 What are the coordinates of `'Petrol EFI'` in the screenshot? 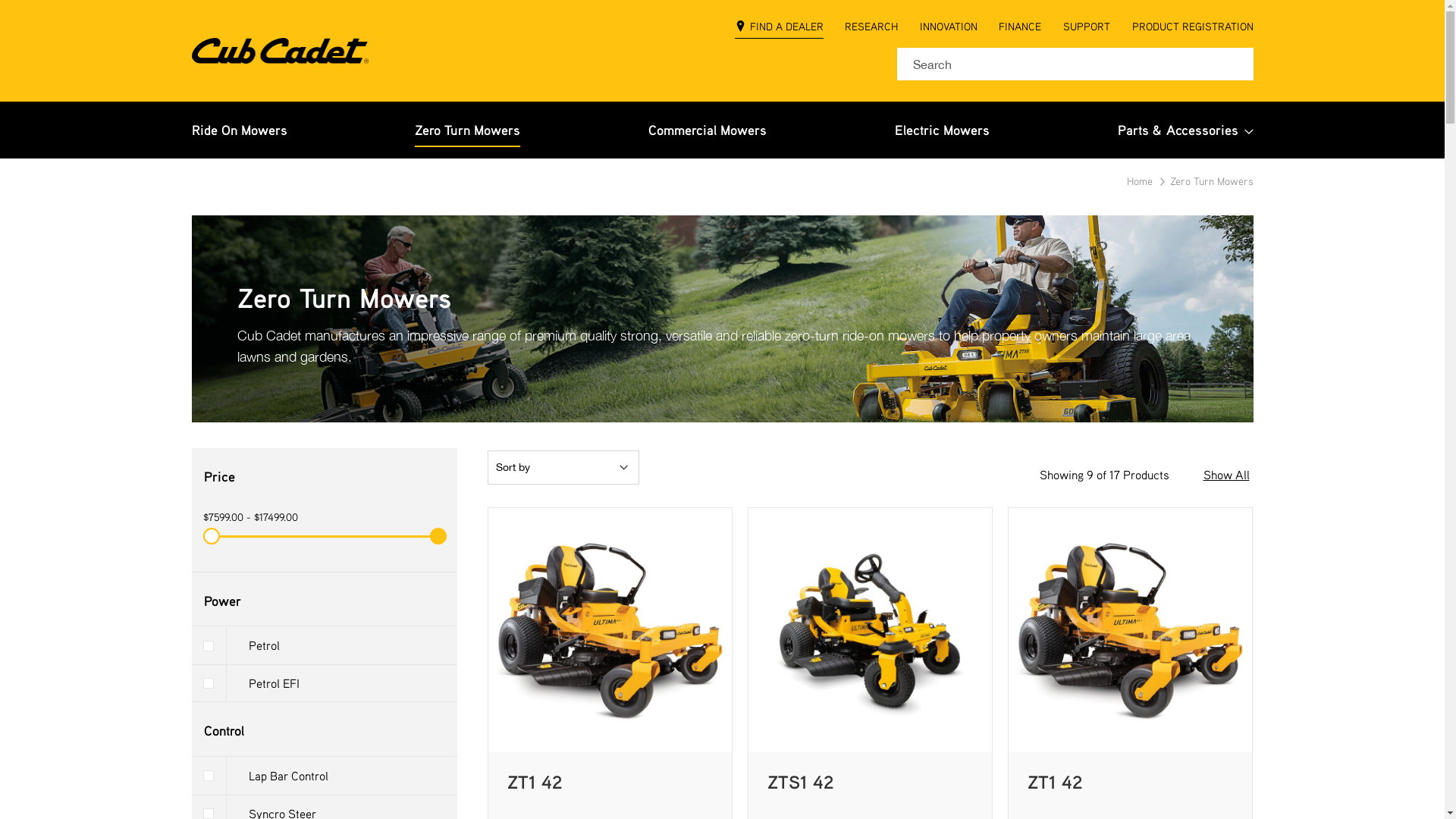 It's located at (190, 683).